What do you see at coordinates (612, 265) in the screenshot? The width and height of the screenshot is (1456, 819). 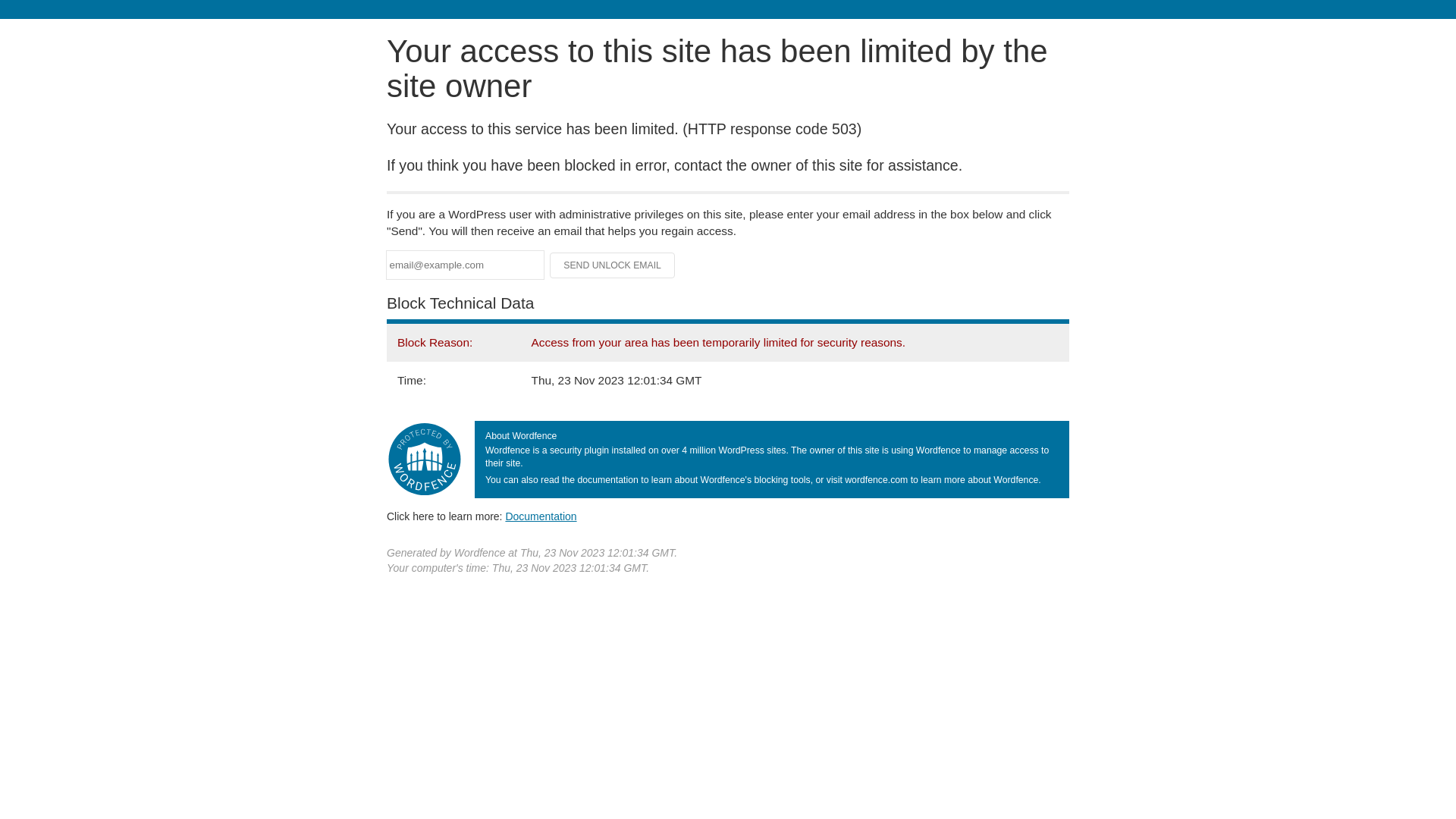 I see `'Send Unlock Email'` at bounding box center [612, 265].